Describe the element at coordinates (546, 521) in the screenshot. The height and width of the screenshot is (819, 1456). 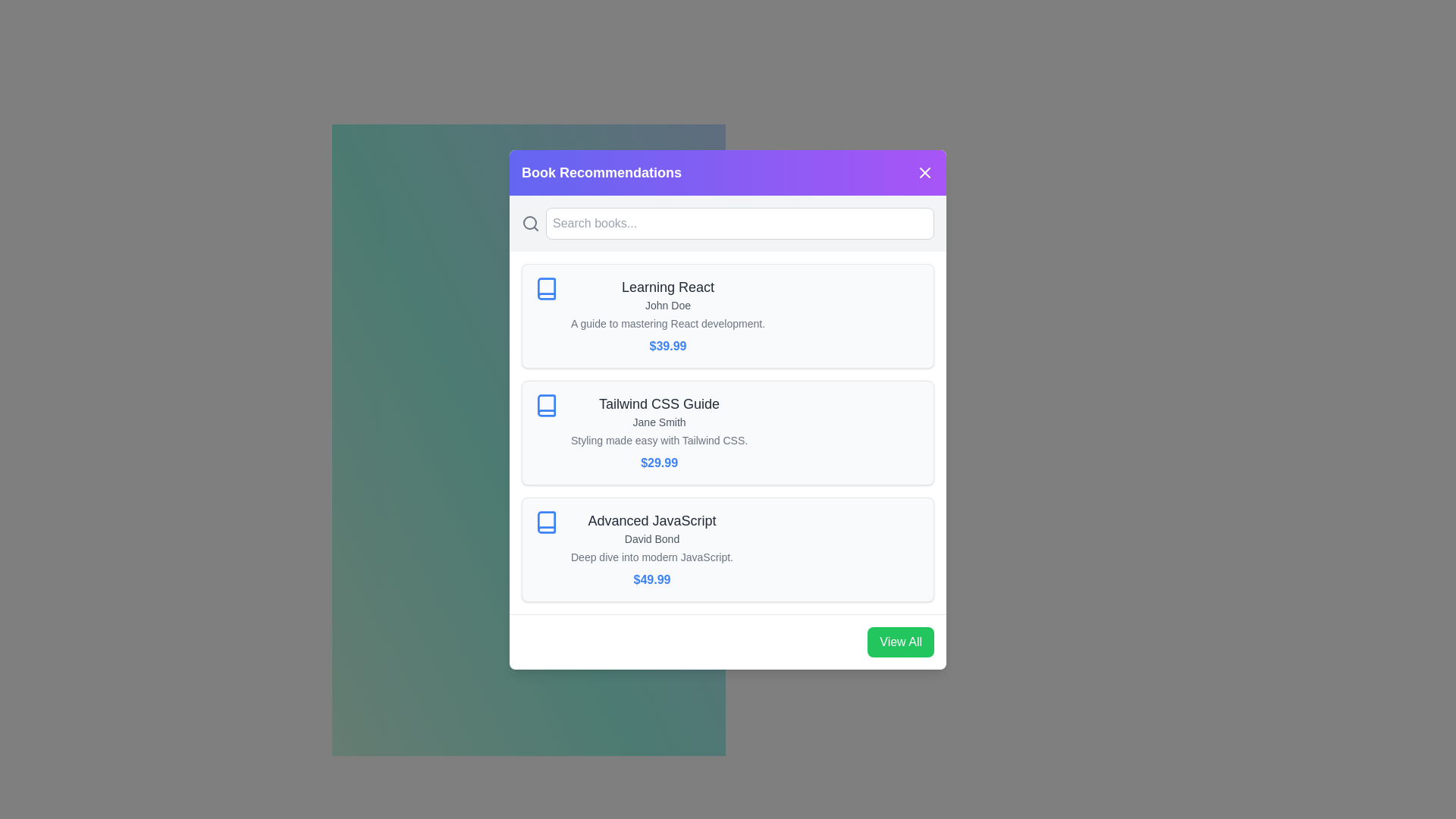
I see `the book icon located on the left side of the third recommendation card for 'Advanced JavaScript' in the Book Recommendations section` at that location.